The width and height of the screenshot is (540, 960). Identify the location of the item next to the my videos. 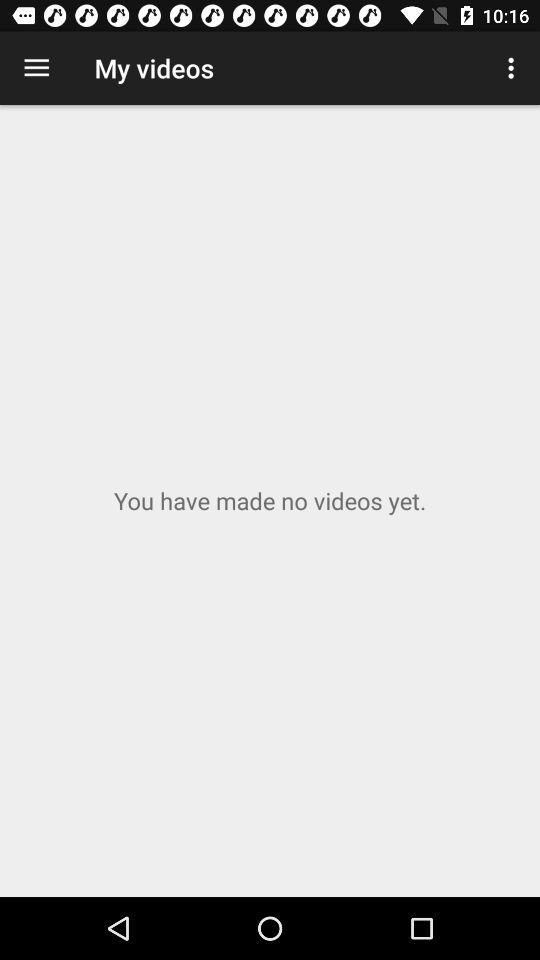
(36, 68).